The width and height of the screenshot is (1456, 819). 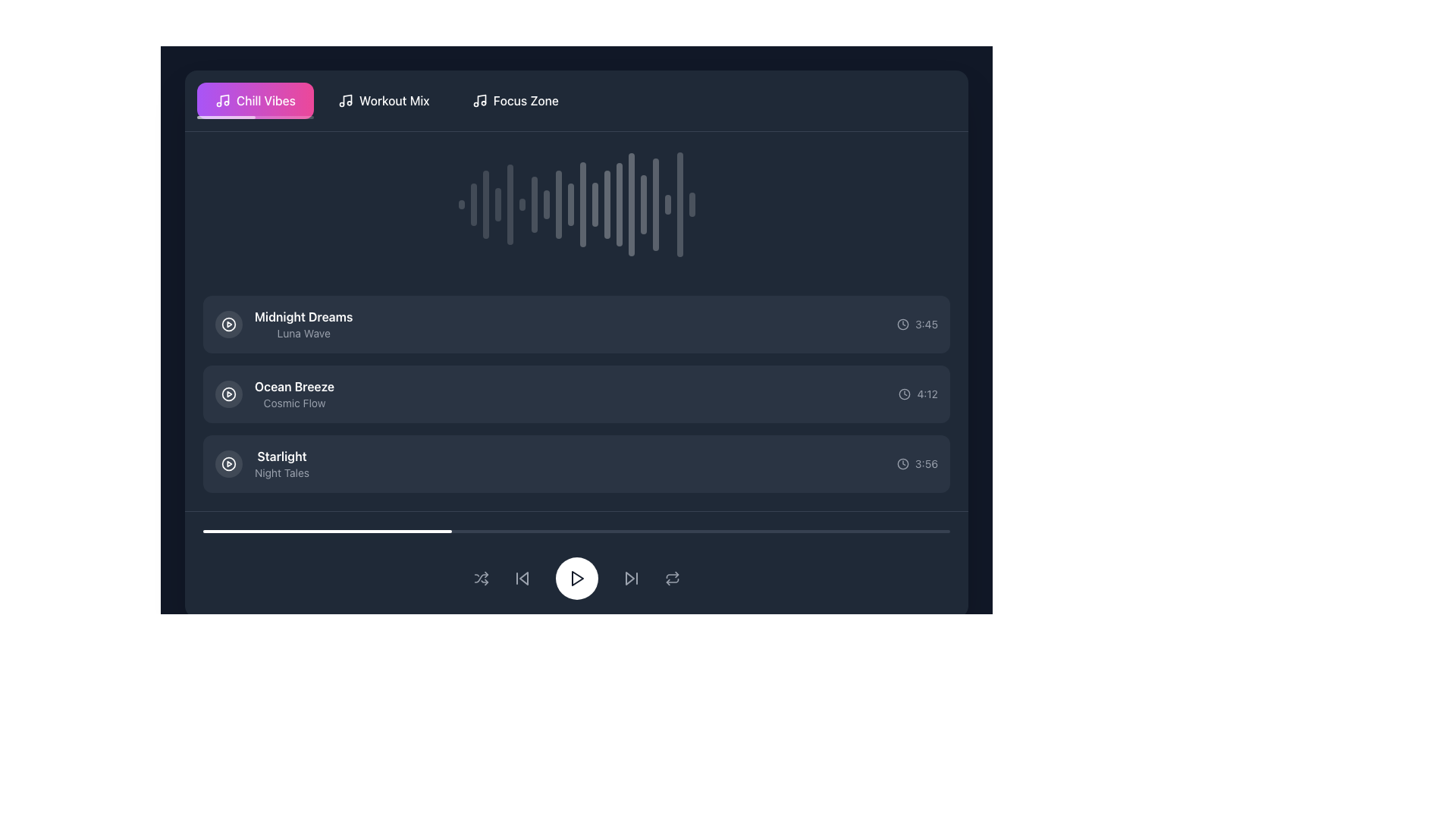 I want to click on the shuffle control icon located at the far left of the bottom control bar, so click(x=480, y=579).